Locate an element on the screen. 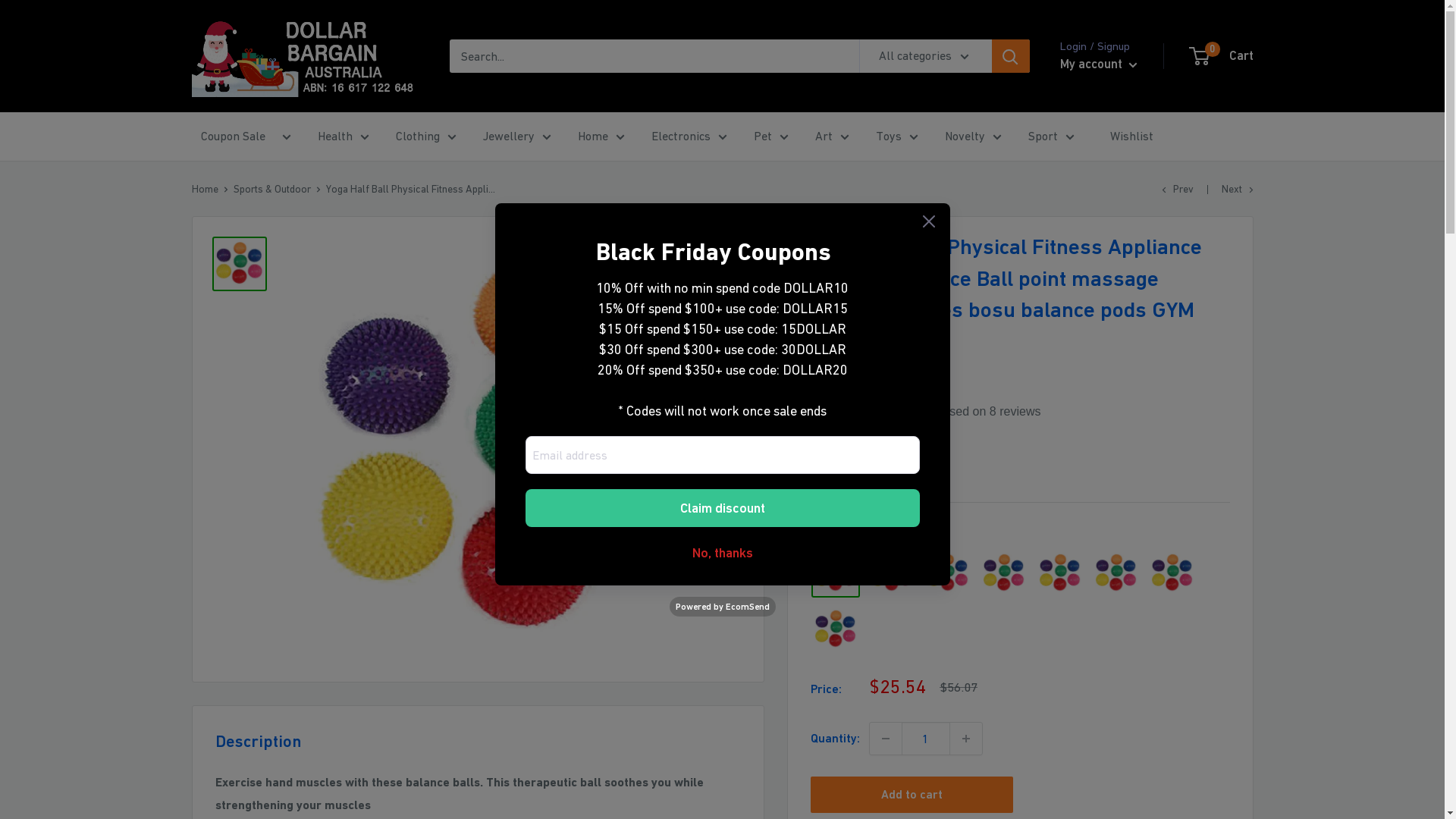 The width and height of the screenshot is (1456, 819). 'Electronics' is located at coordinates (687, 136).